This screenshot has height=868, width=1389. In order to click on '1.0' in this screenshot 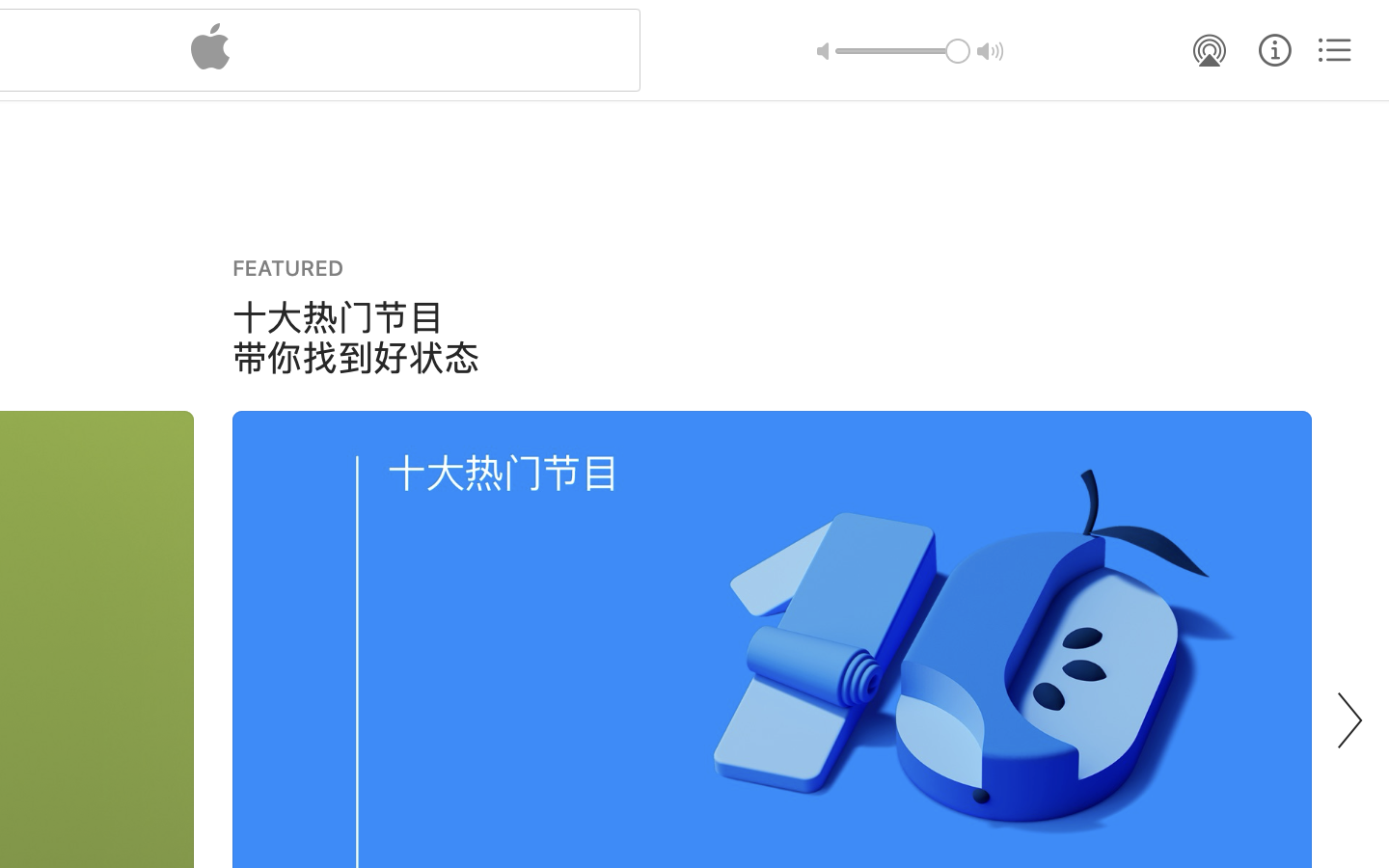, I will do `click(903, 50)`.